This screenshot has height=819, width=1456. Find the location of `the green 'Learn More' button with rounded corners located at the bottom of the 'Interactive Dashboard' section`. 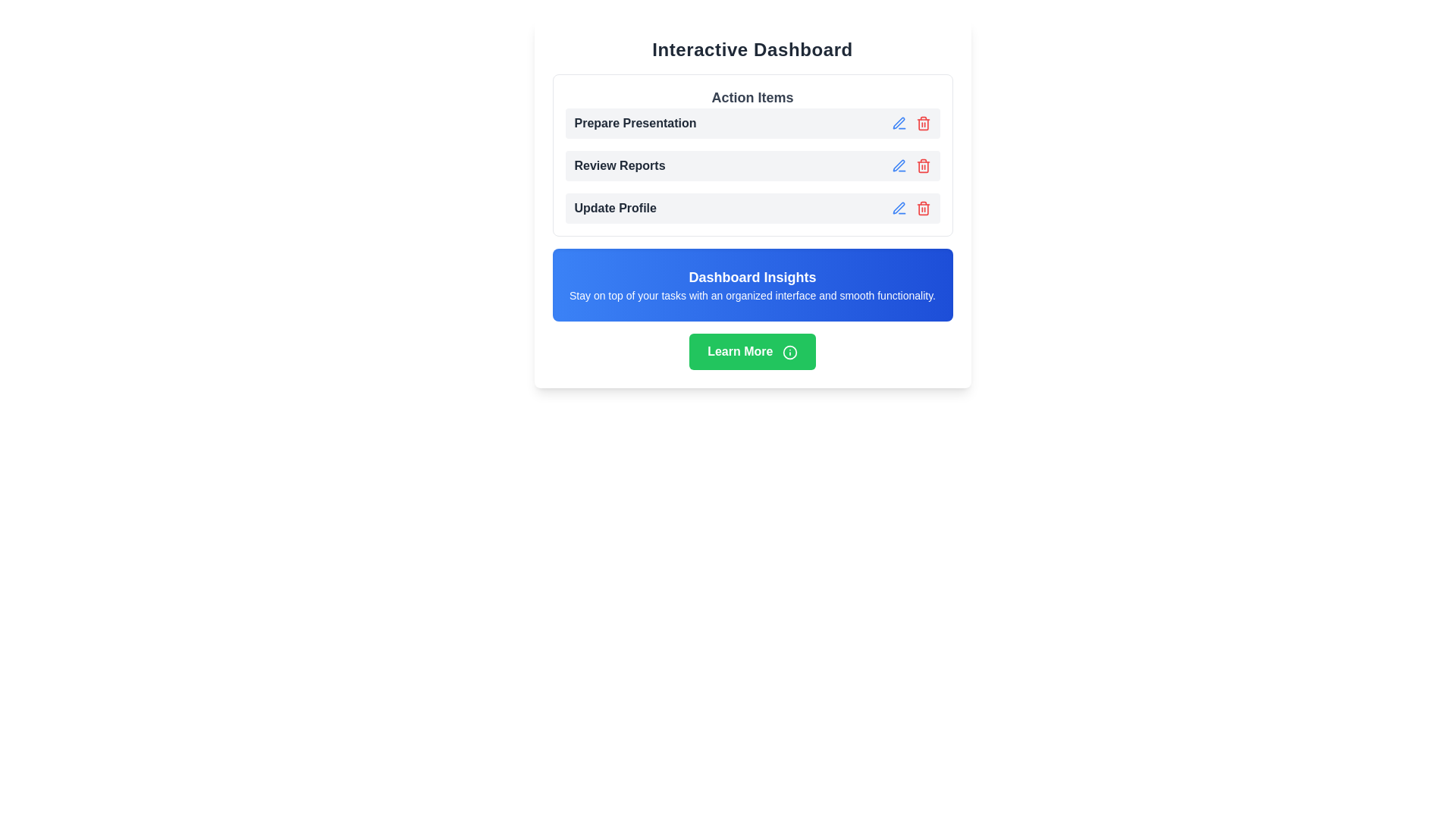

the green 'Learn More' button with rounded corners located at the bottom of the 'Interactive Dashboard' section is located at coordinates (752, 351).